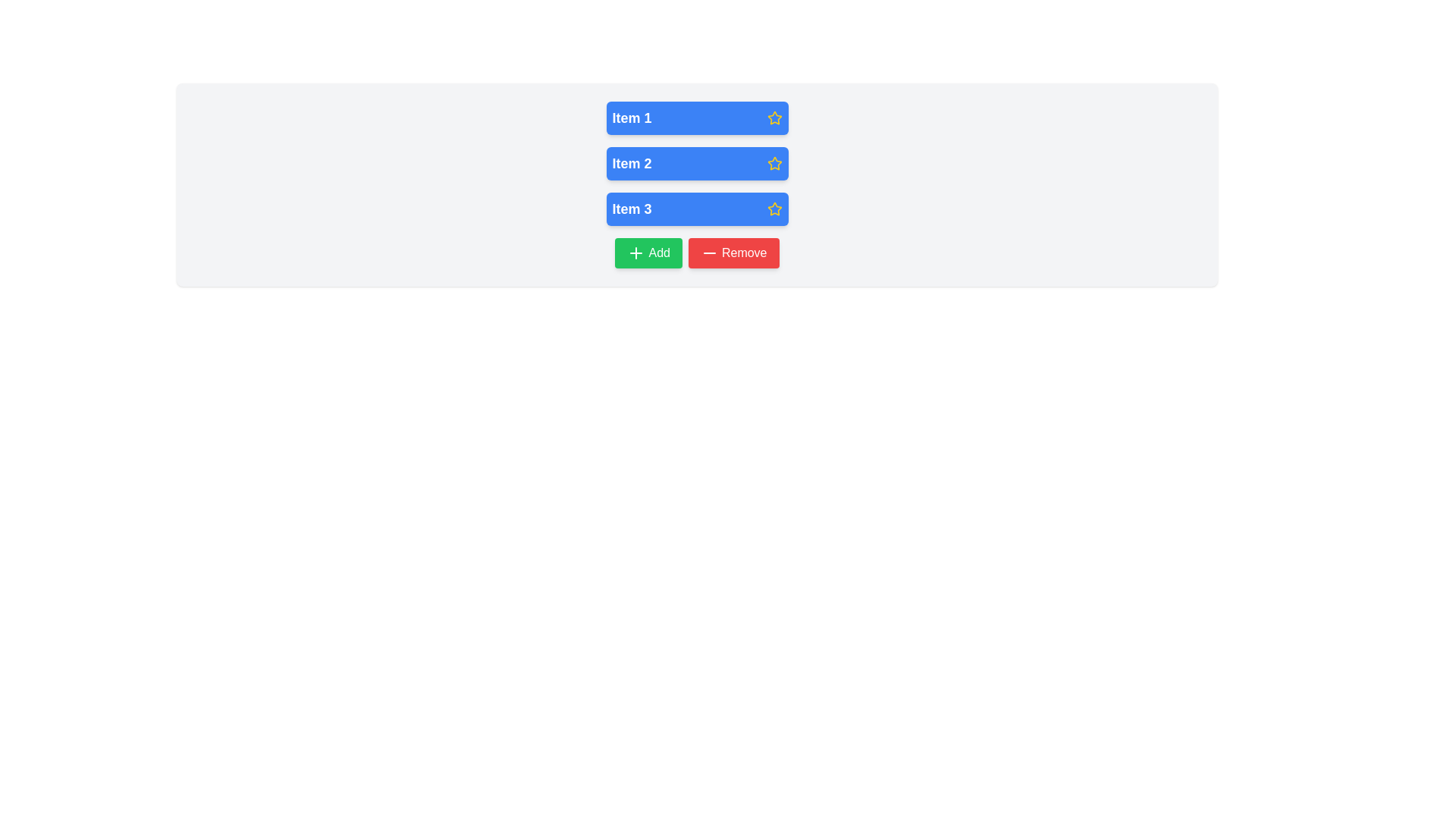  What do you see at coordinates (696, 164) in the screenshot?
I see `the second item in a vertical list of three items, which is positioned below 'Item 1' and above 'Item 3'` at bounding box center [696, 164].